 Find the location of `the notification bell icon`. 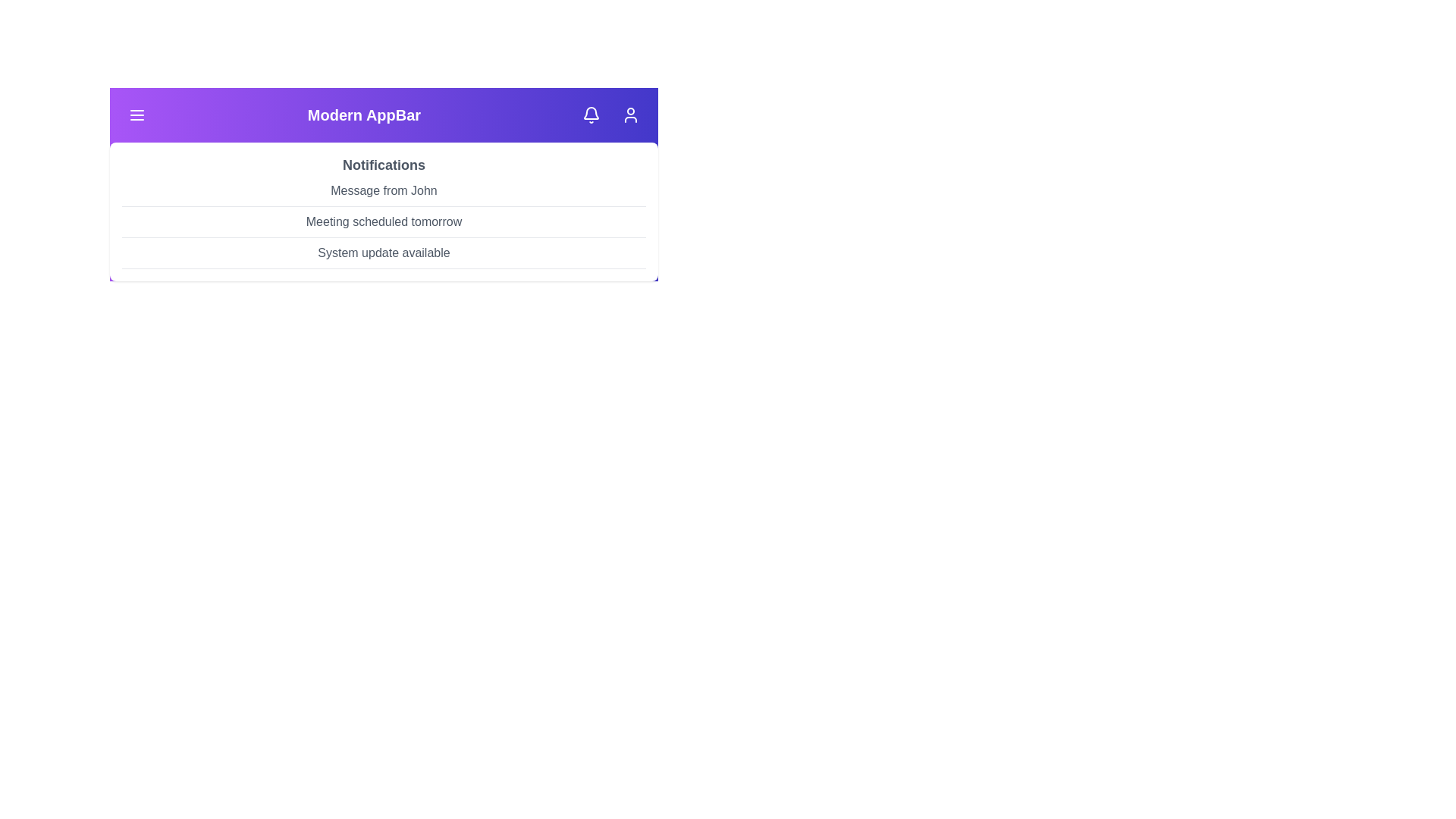

the notification bell icon is located at coordinates (590, 114).